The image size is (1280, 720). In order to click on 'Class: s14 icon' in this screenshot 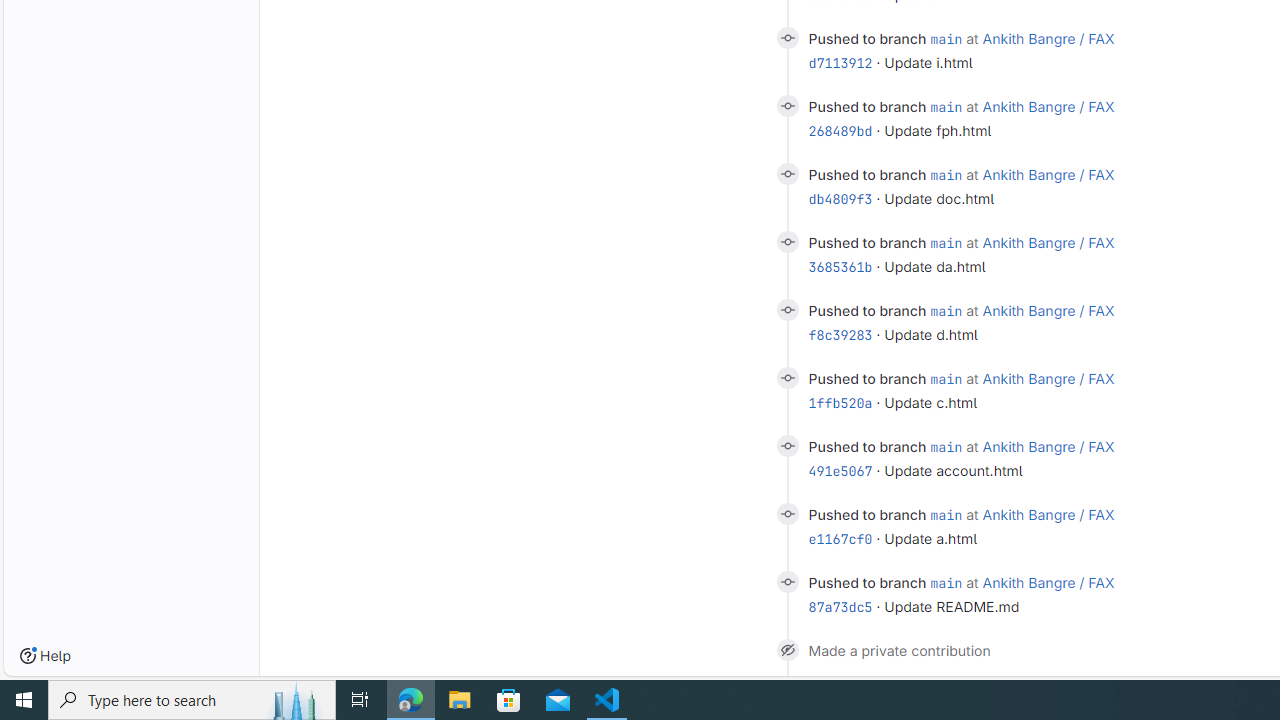, I will do `click(786, 649)`.